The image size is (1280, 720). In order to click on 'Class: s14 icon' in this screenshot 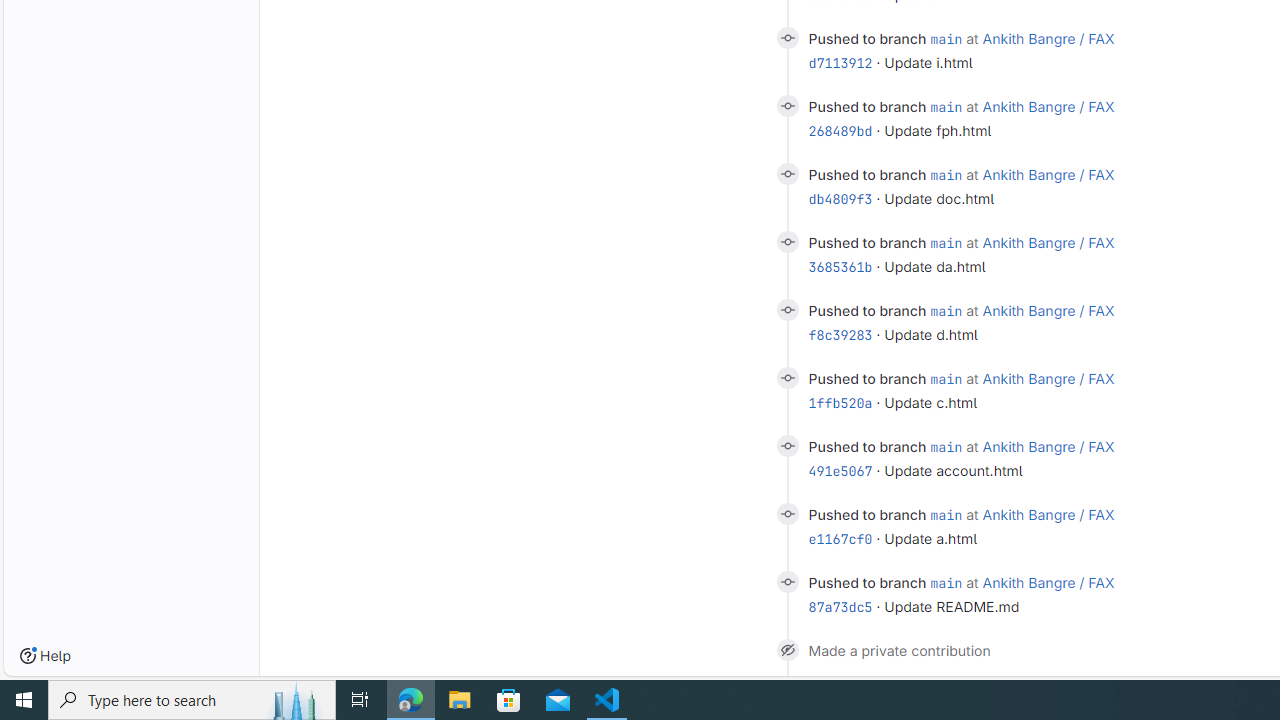, I will do `click(786, 649)`.